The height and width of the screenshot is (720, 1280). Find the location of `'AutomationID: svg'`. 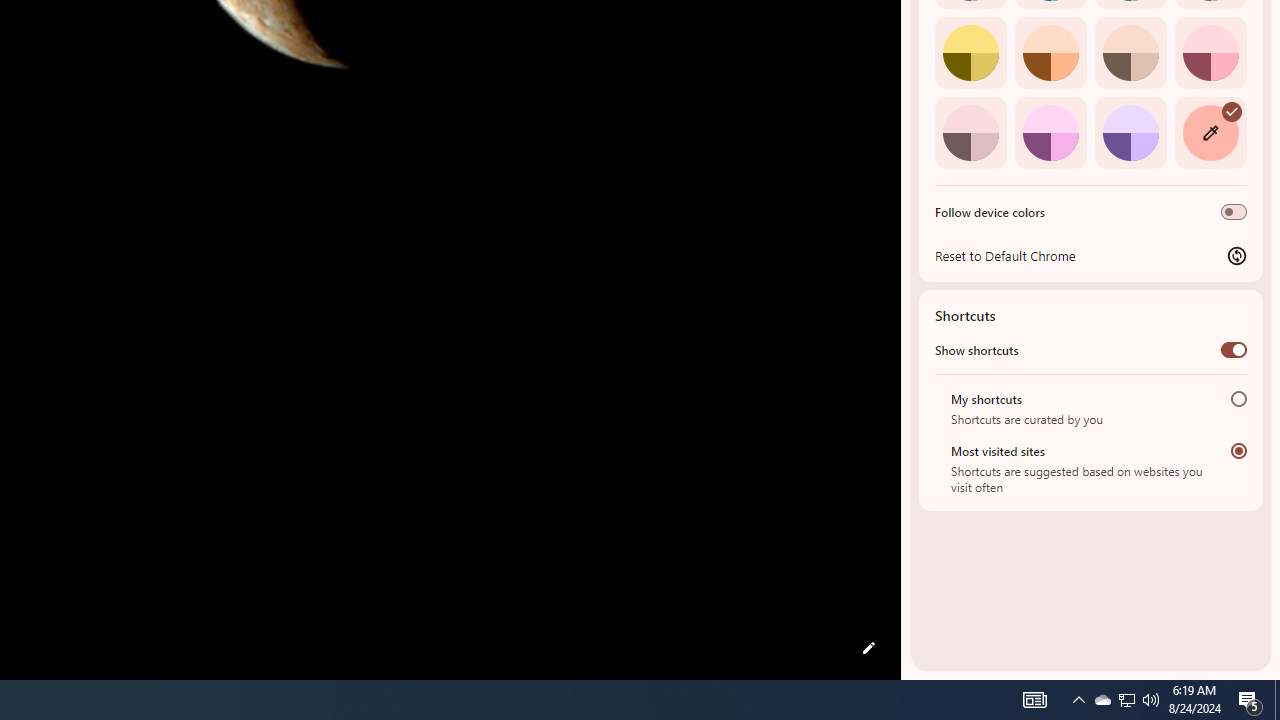

'AutomationID: svg' is located at coordinates (1231, 111).